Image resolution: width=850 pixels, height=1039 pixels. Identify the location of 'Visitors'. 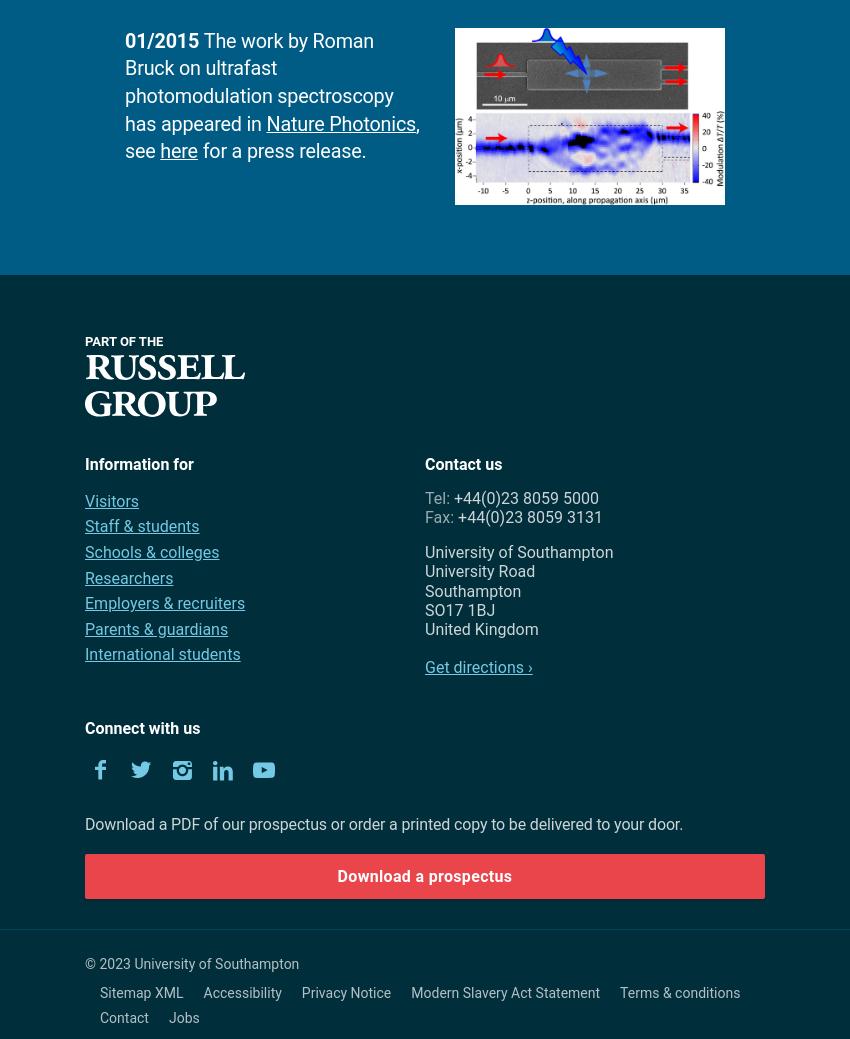
(111, 499).